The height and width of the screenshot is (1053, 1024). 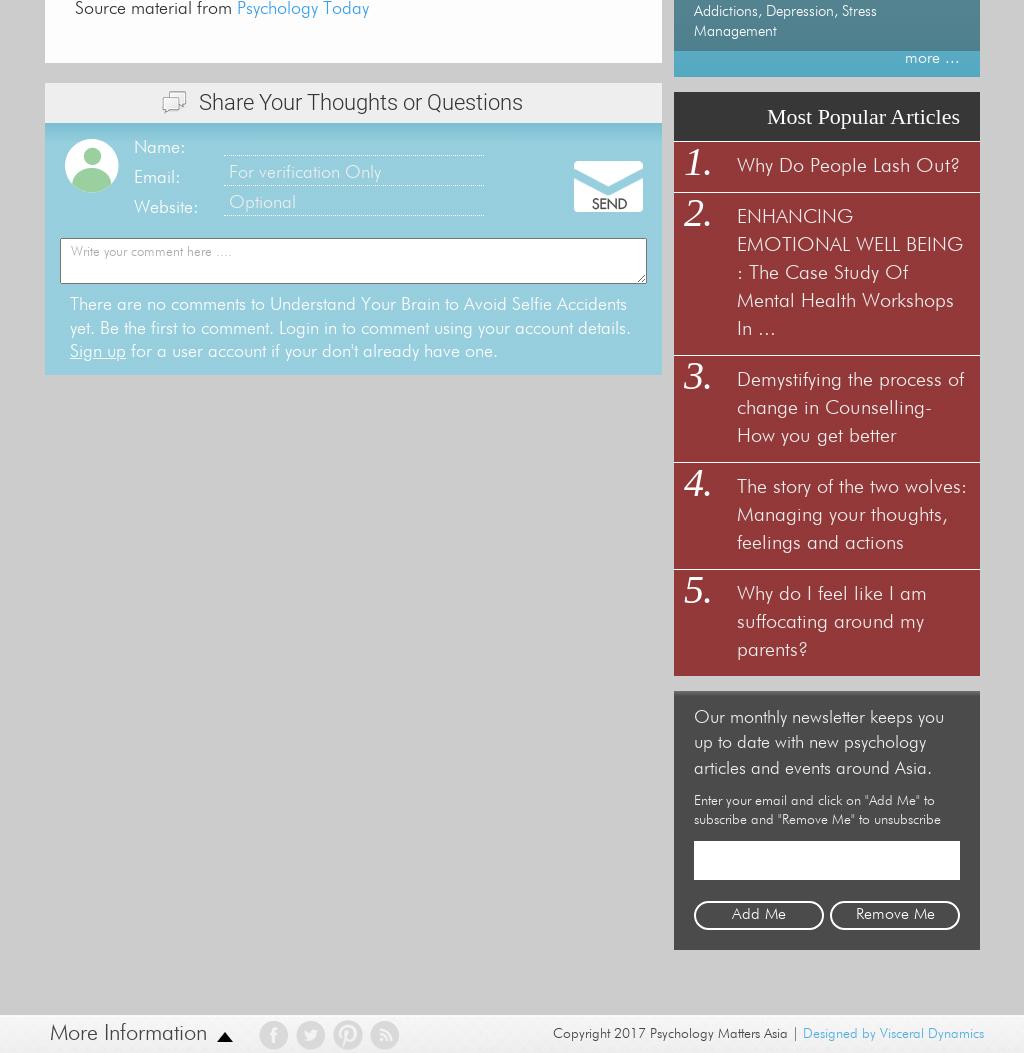 I want to click on 'Why do I feel like I am suffocating around my parents?', so click(x=831, y=622).